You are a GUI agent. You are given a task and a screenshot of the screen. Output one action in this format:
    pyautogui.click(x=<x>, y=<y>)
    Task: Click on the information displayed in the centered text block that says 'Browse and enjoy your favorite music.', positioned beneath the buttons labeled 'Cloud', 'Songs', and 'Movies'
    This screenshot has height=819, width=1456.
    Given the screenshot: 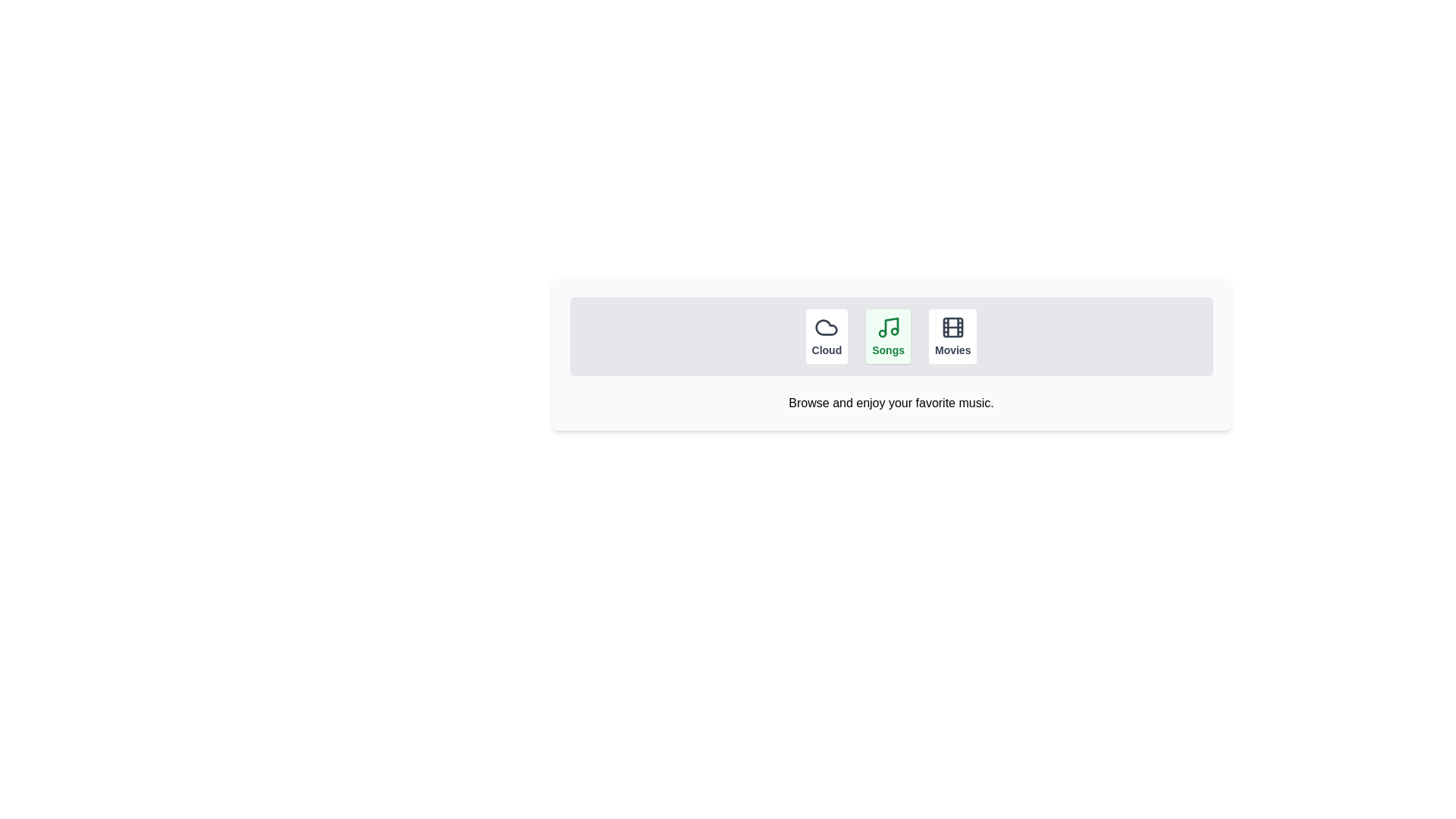 What is the action you would take?
    pyautogui.click(x=891, y=403)
    